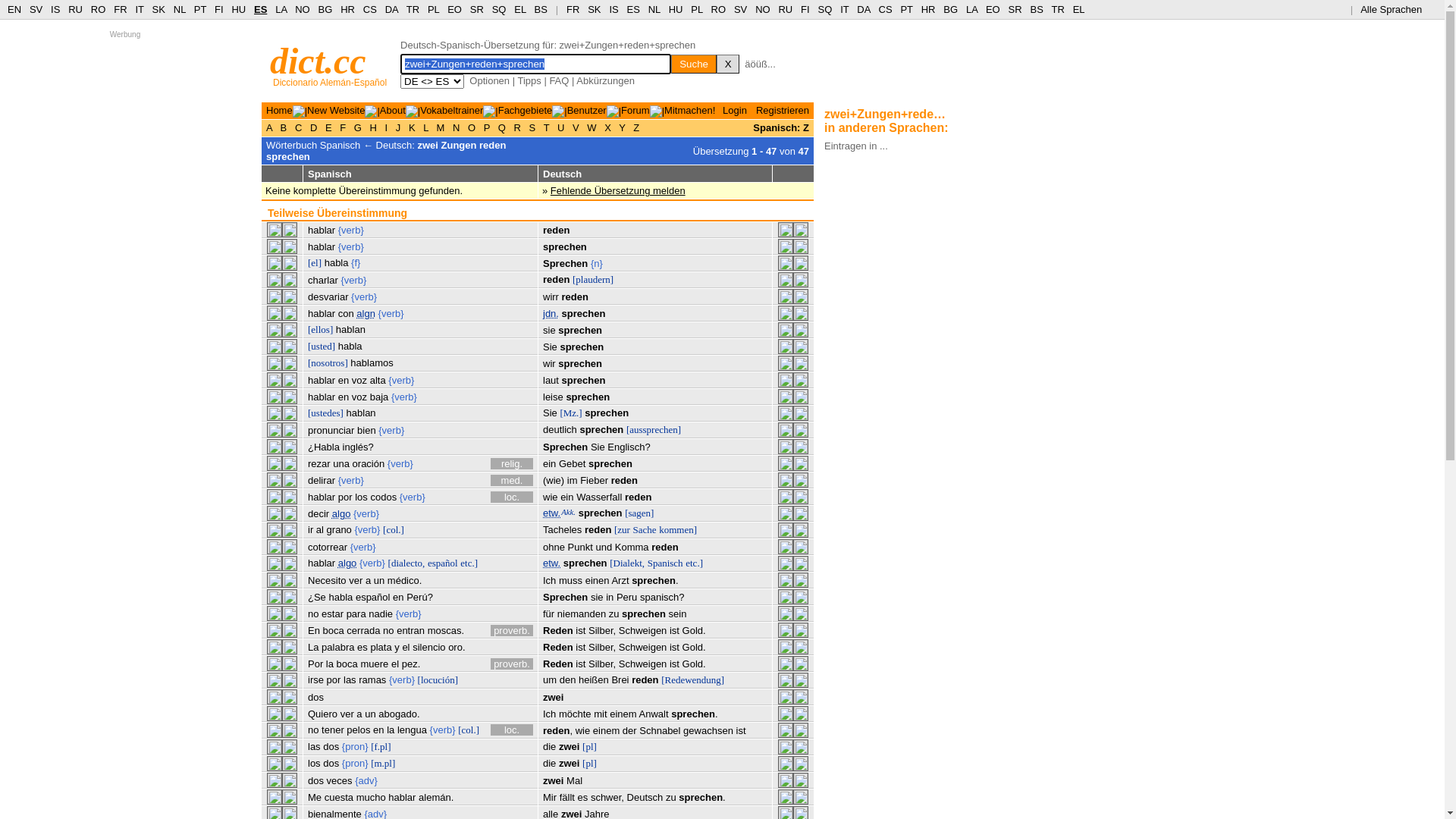 Image resolution: width=1456 pixels, height=819 pixels. I want to click on 'Gold.', so click(682, 630).